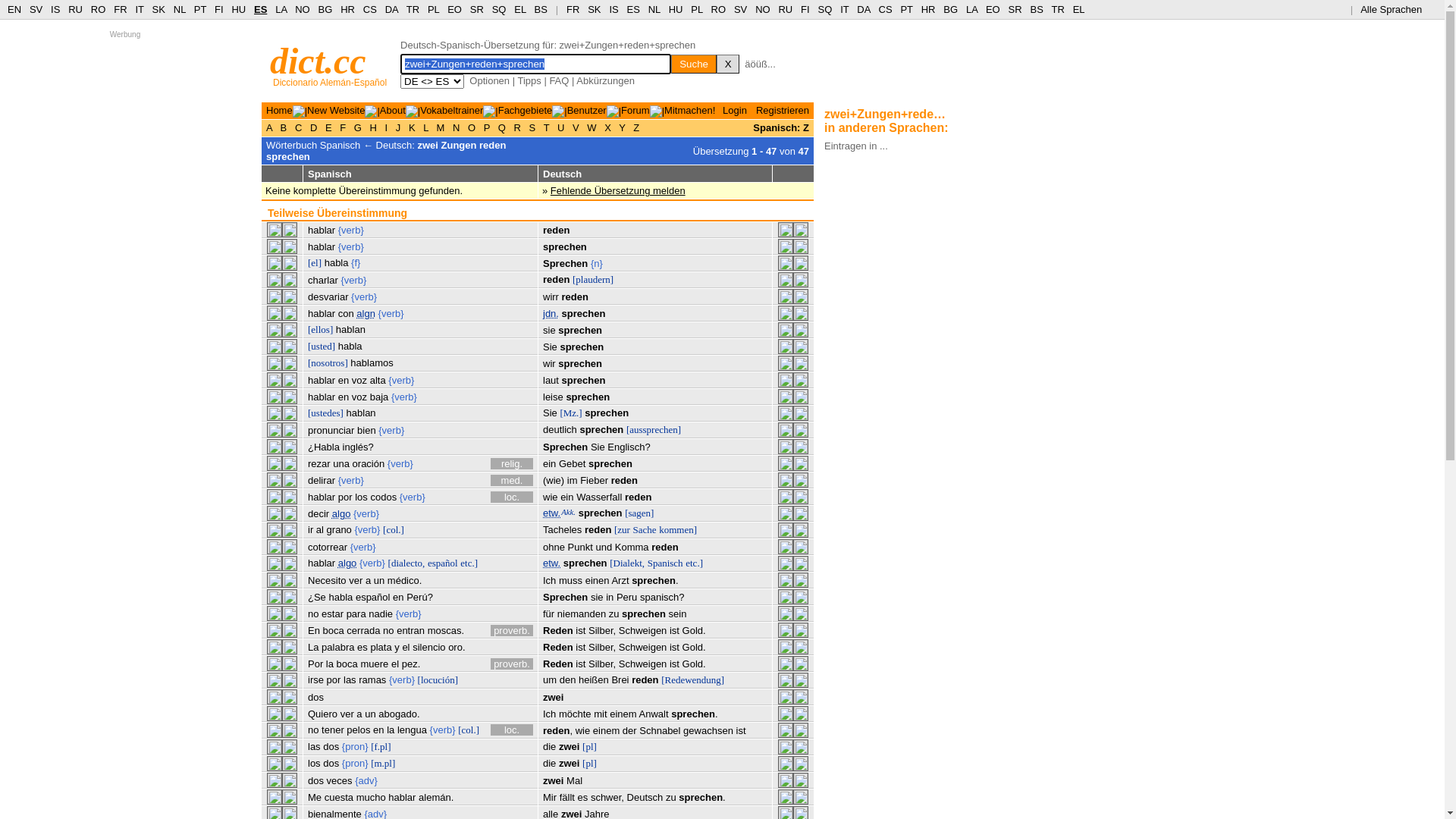 Image resolution: width=1456 pixels, height=819 pixels. I want to click on 'Gold.', so click(682, 630).